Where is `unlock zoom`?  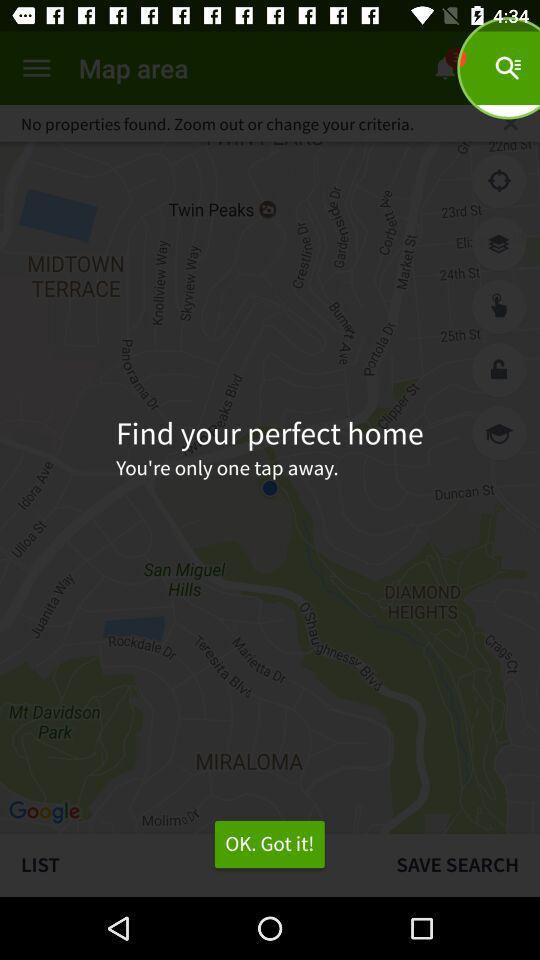 unlock zoom is located at coordinates (498, 369).